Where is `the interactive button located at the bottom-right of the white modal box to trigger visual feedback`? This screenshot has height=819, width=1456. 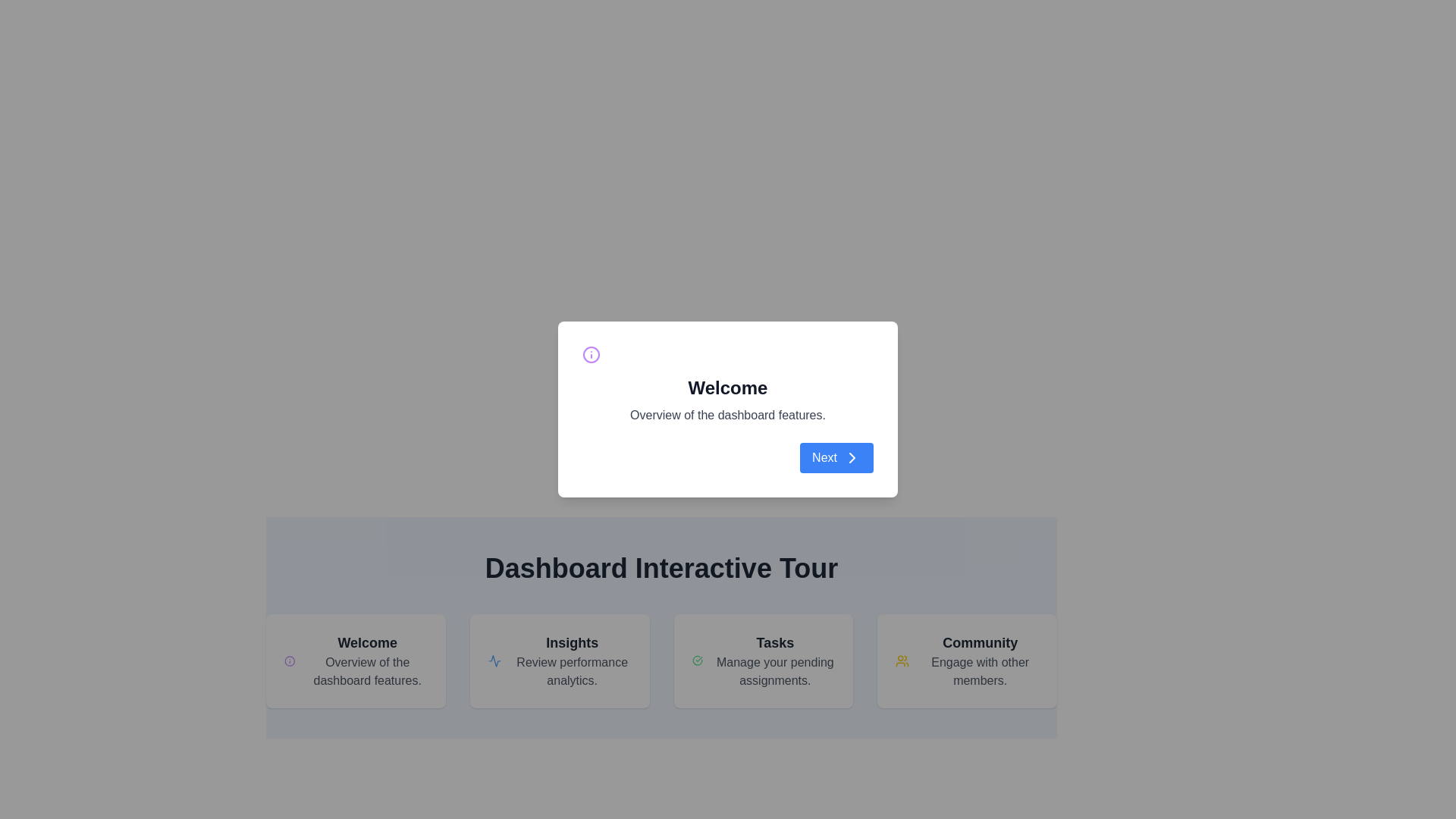 the interactive button located at the bottom-right of the white modal box to trigger visual feedback is located at coordinates (836, 457).